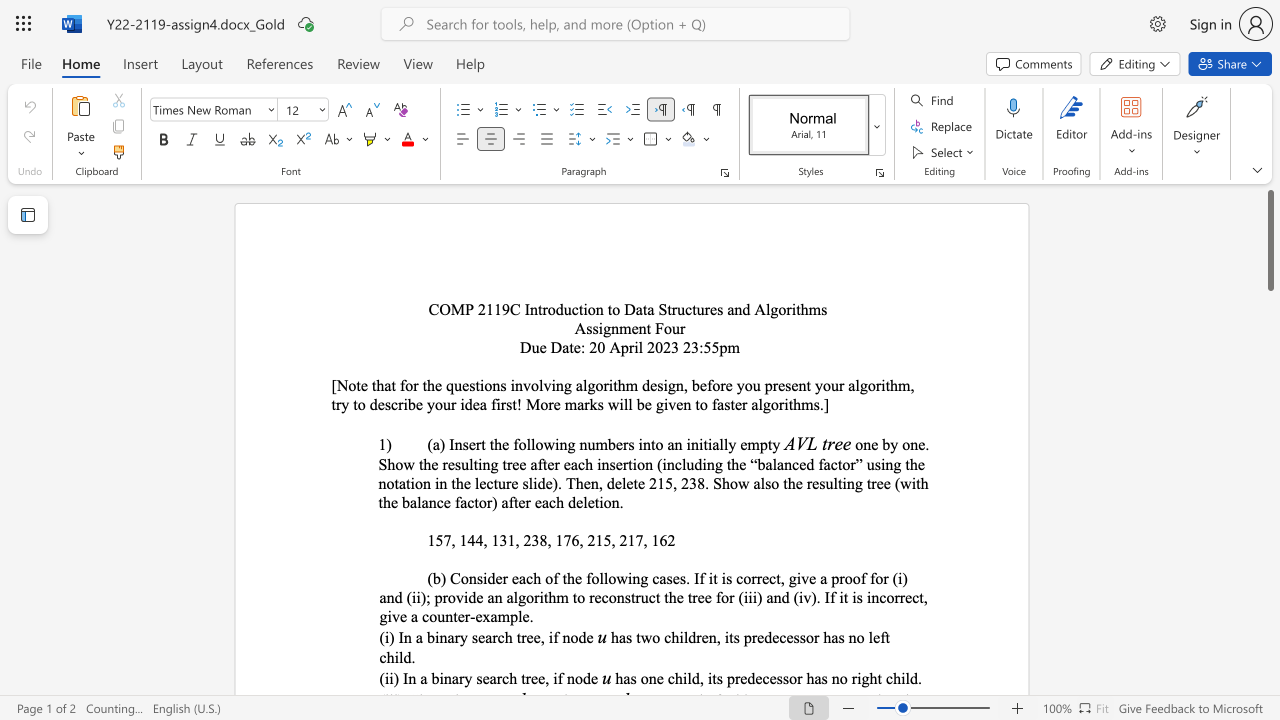 The image size is (1280, 720). I want to click on the scrollbar on the right side to scroll the page down, so click(1269, 540).